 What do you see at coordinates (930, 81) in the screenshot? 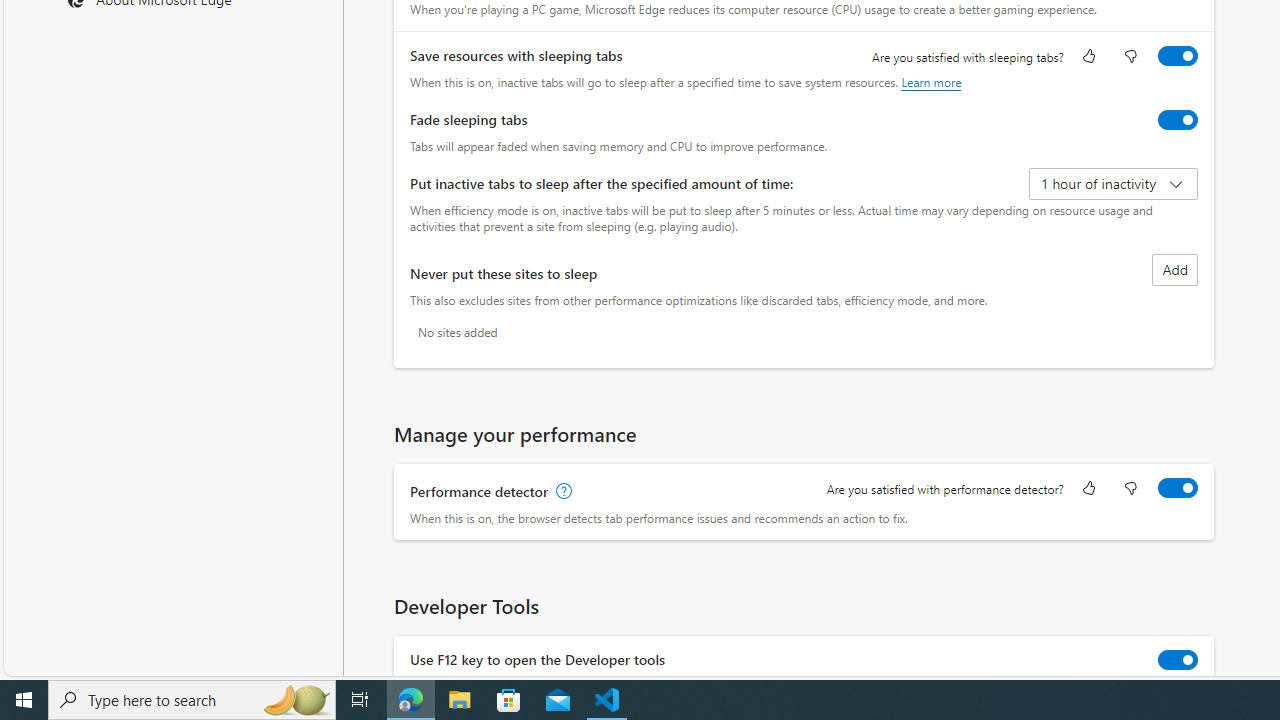
I see `'Learn more'` at bounding box center [930, 81].